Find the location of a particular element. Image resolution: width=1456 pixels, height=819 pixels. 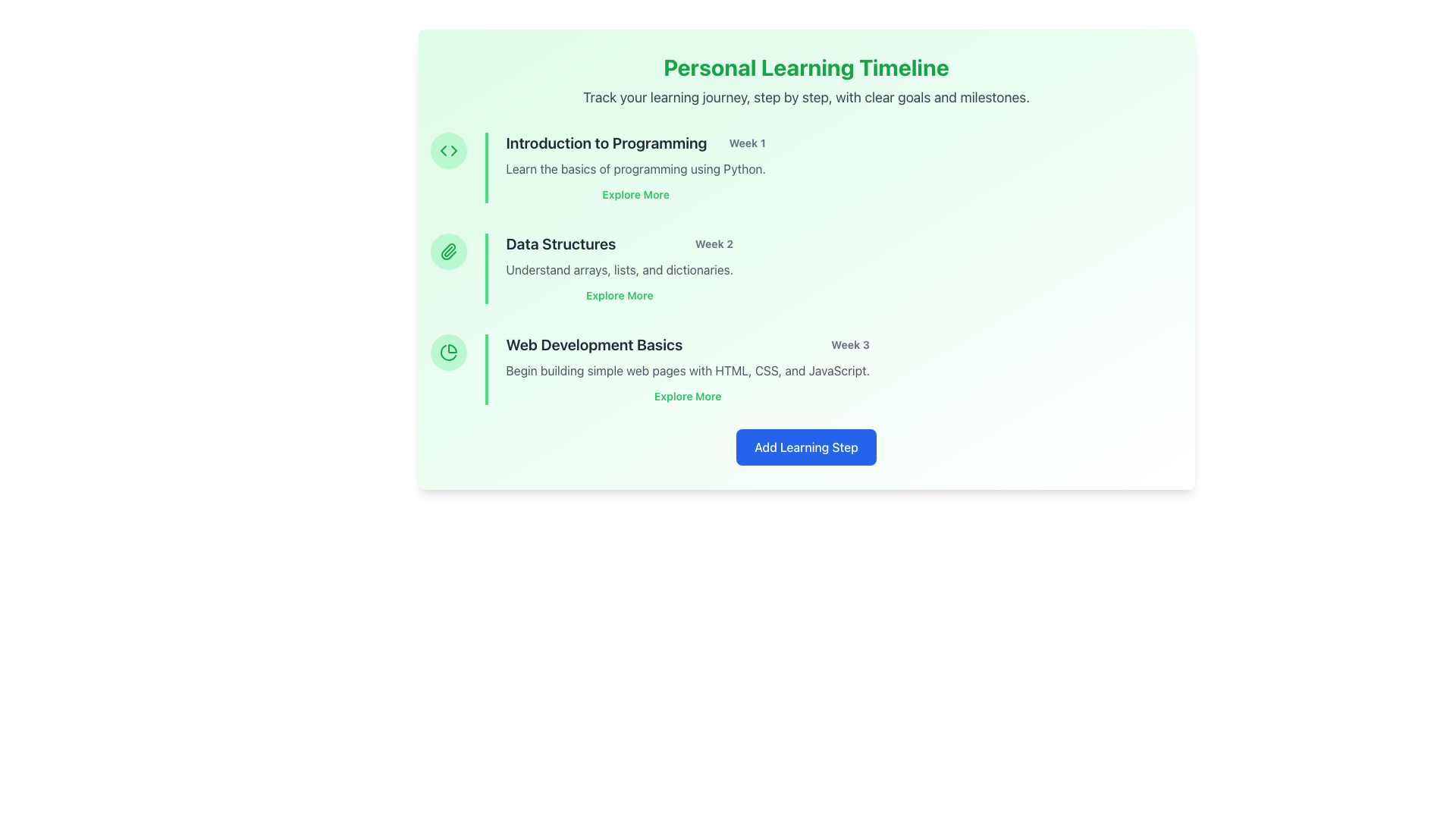

the green circular icon with a pie chart representation, located next to the 'Web Development Basics' section, as a visual cue is located at coordinates (447, 353).